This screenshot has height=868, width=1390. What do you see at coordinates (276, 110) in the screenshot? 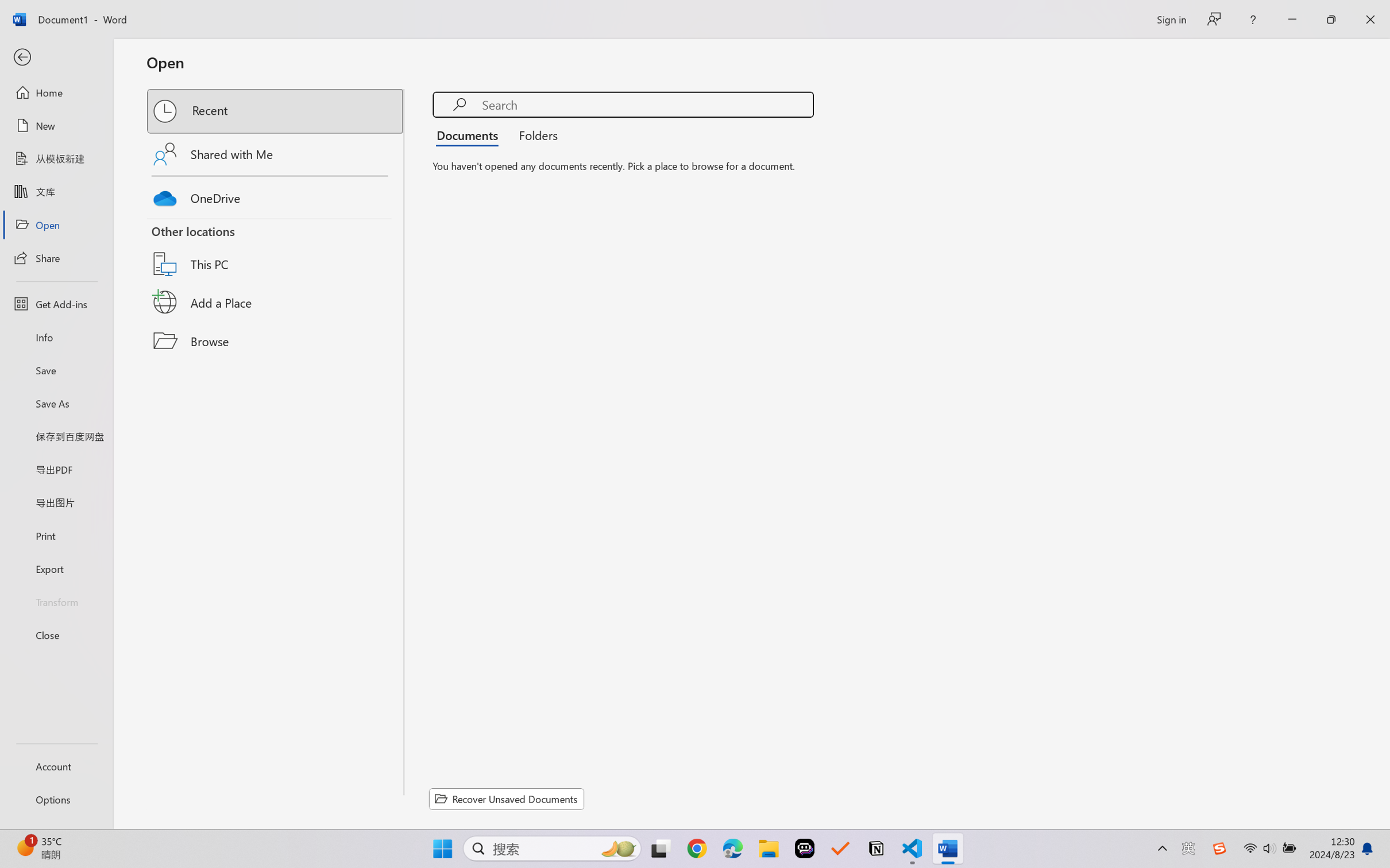
I see `'Recent'` at bounding box center [276, 110].